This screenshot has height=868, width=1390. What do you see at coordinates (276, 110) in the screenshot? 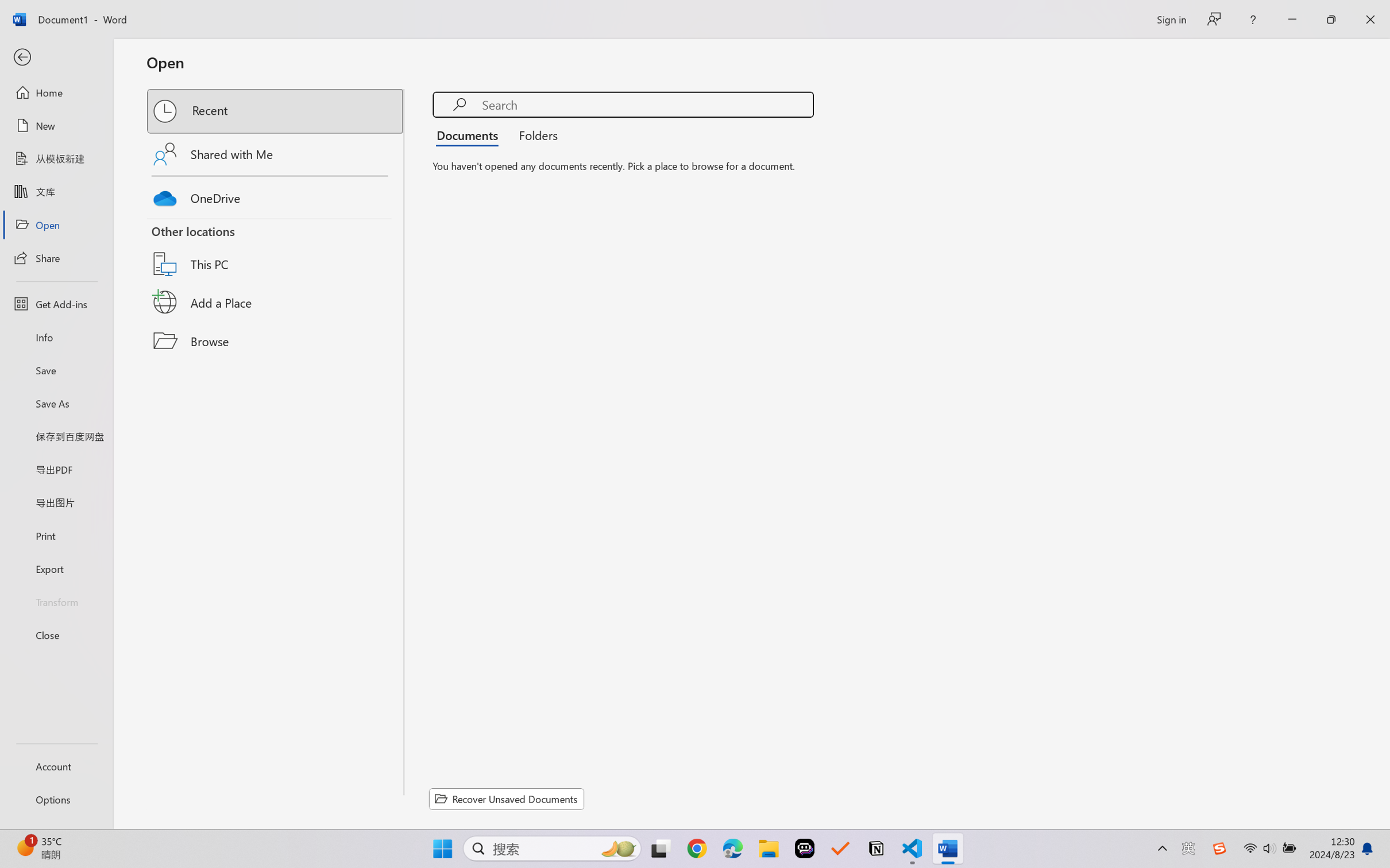
I see `'Recent'` at bounding box center [276, 110].